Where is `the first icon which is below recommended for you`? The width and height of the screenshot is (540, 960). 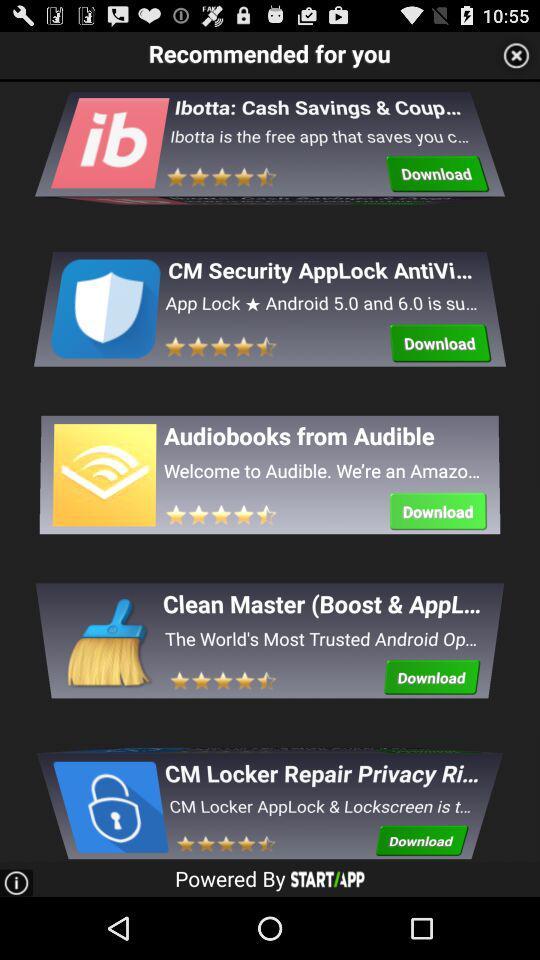
the first icon which is below recommended for you is located at coordinates (109, 156).